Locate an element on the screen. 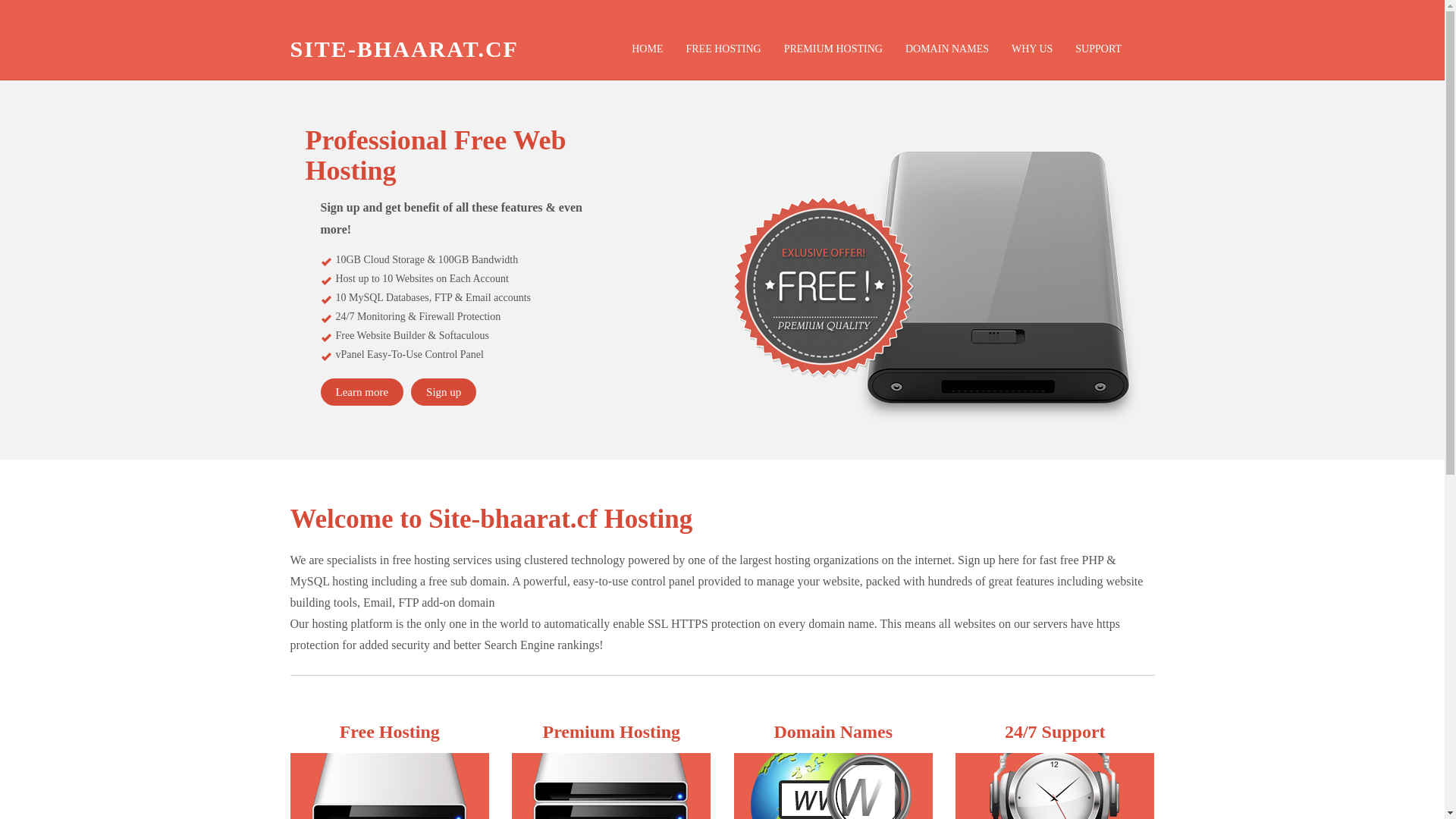 Image resolution: width=1456 pixels, height=819 pixels. 'SITE-BHAARAT.CF' is located at coordinates (404, 49).